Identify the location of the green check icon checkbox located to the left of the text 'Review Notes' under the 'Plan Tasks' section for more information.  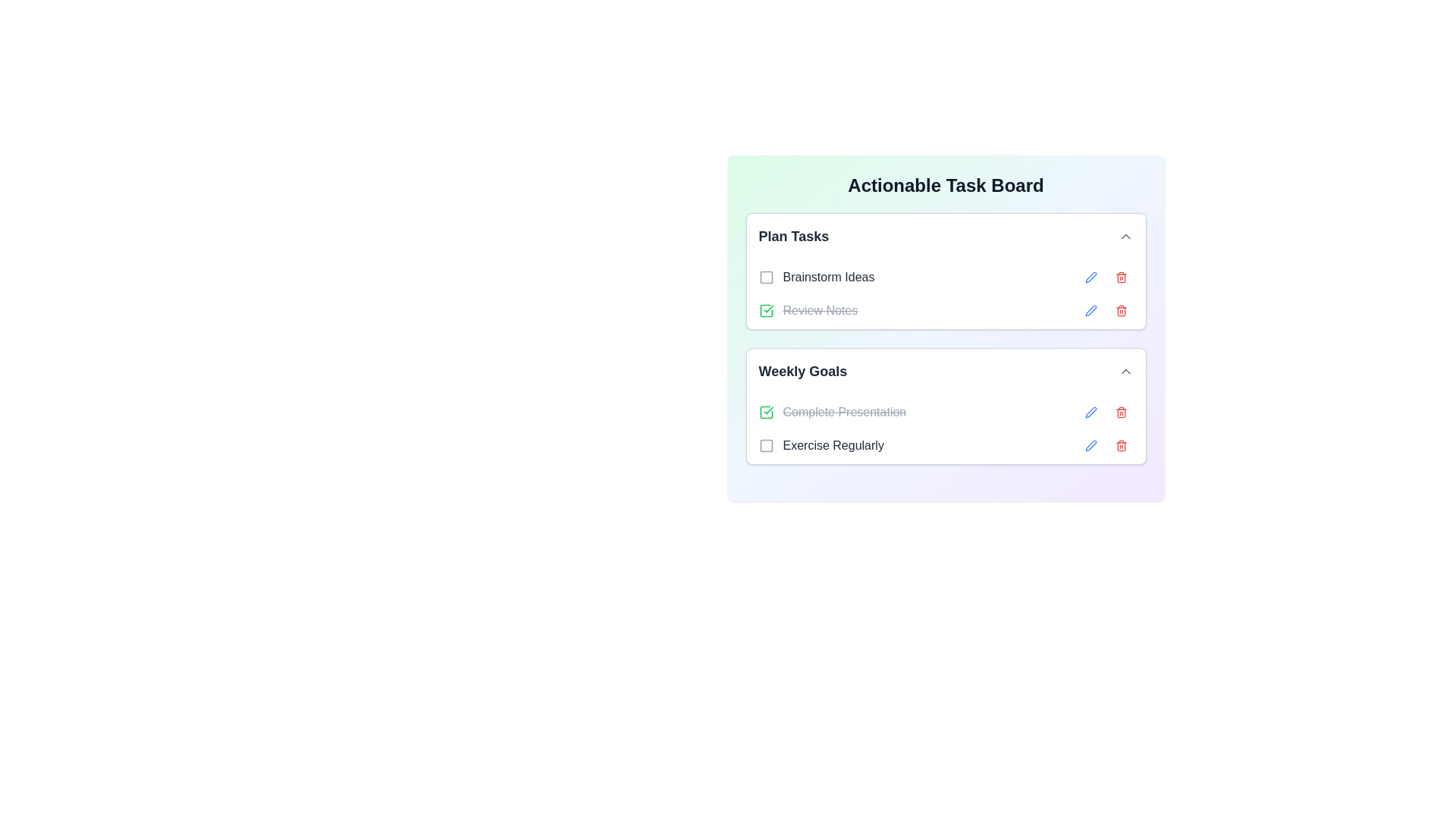
(766, 309).